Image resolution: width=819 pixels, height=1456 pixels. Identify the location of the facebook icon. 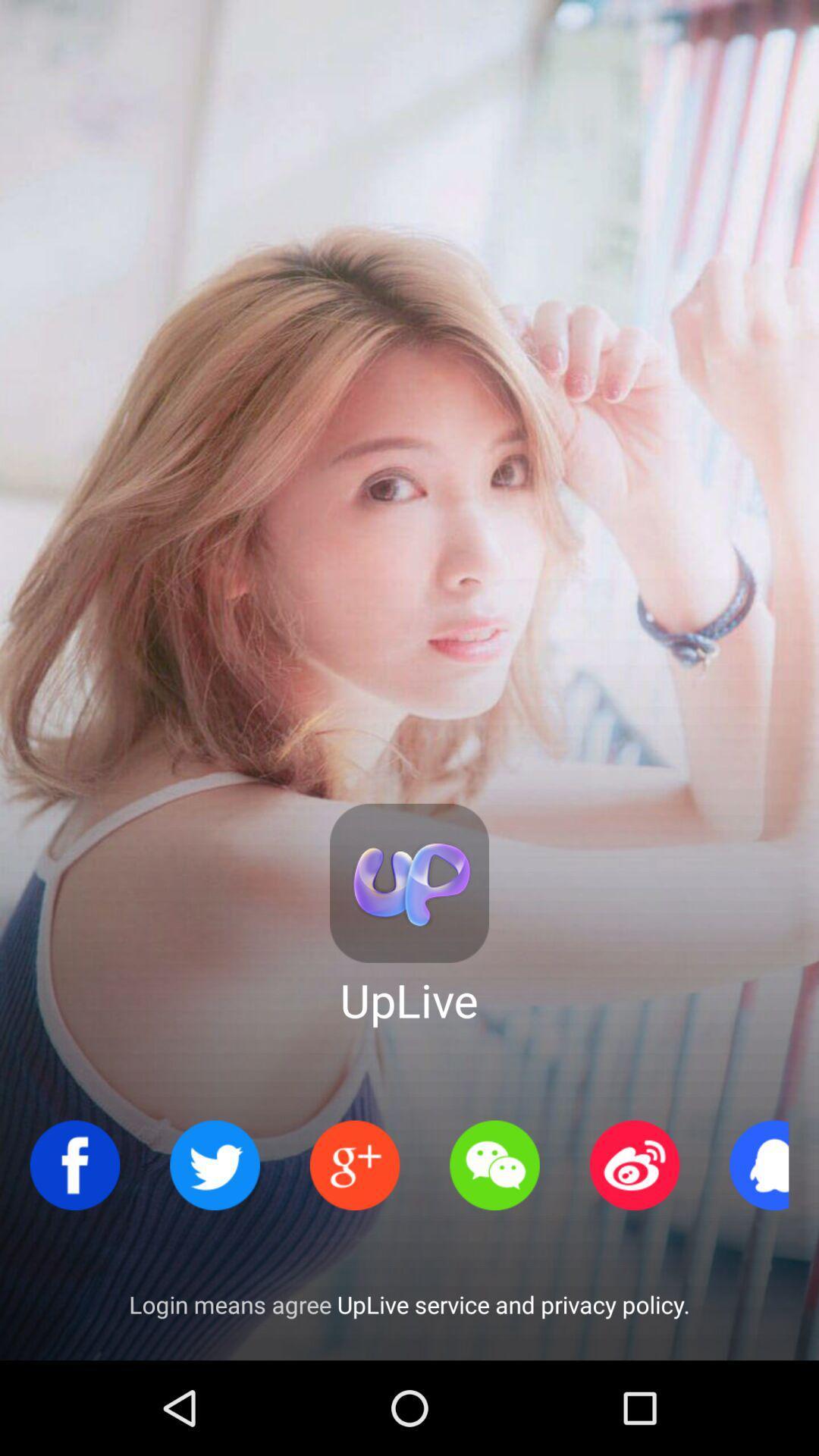
(75, 1164).